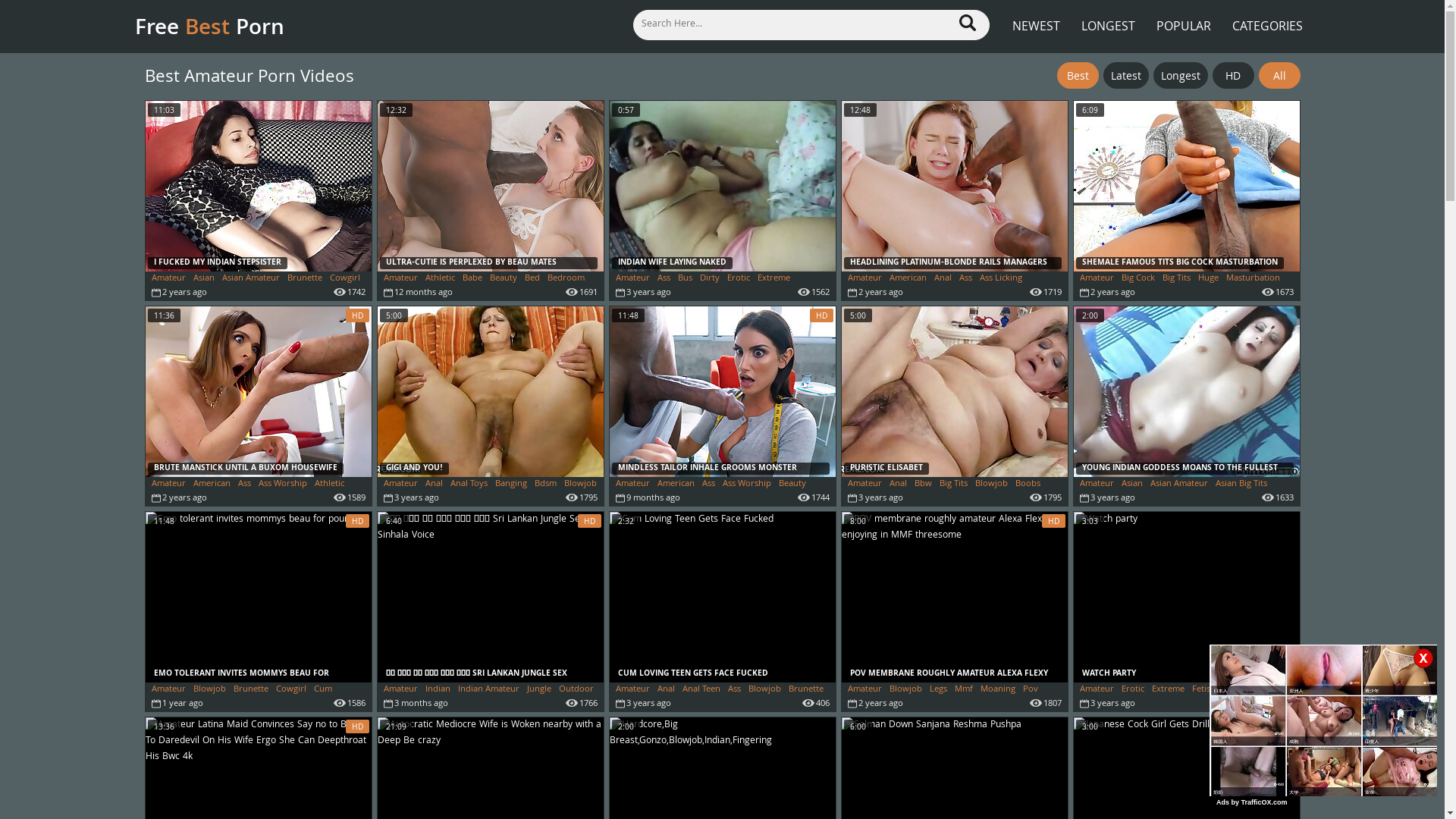  I want to click on 'Cowgirl', so click(344, 278).